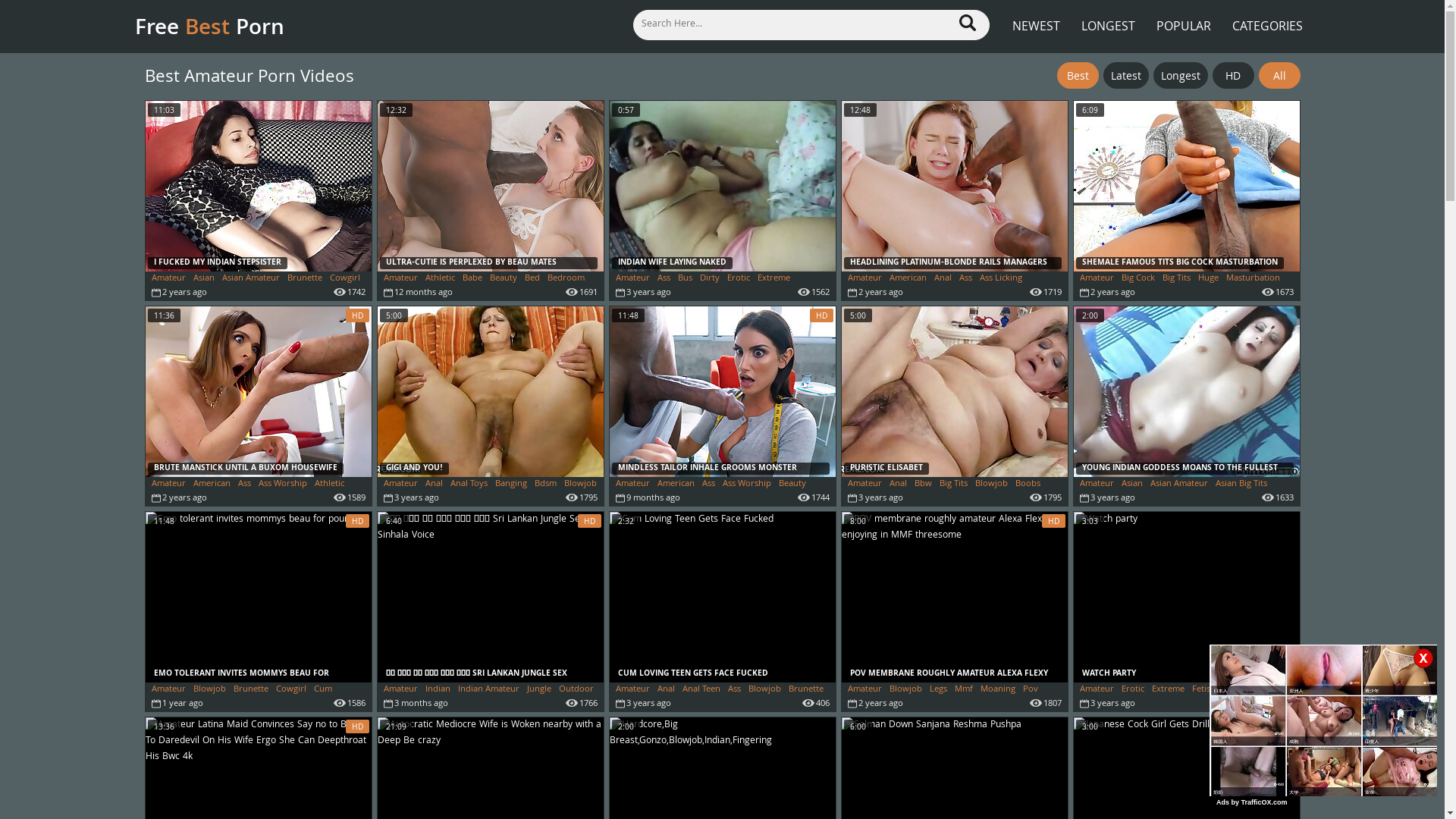  I want to click on 'Cowgirl', so click(344, 278).